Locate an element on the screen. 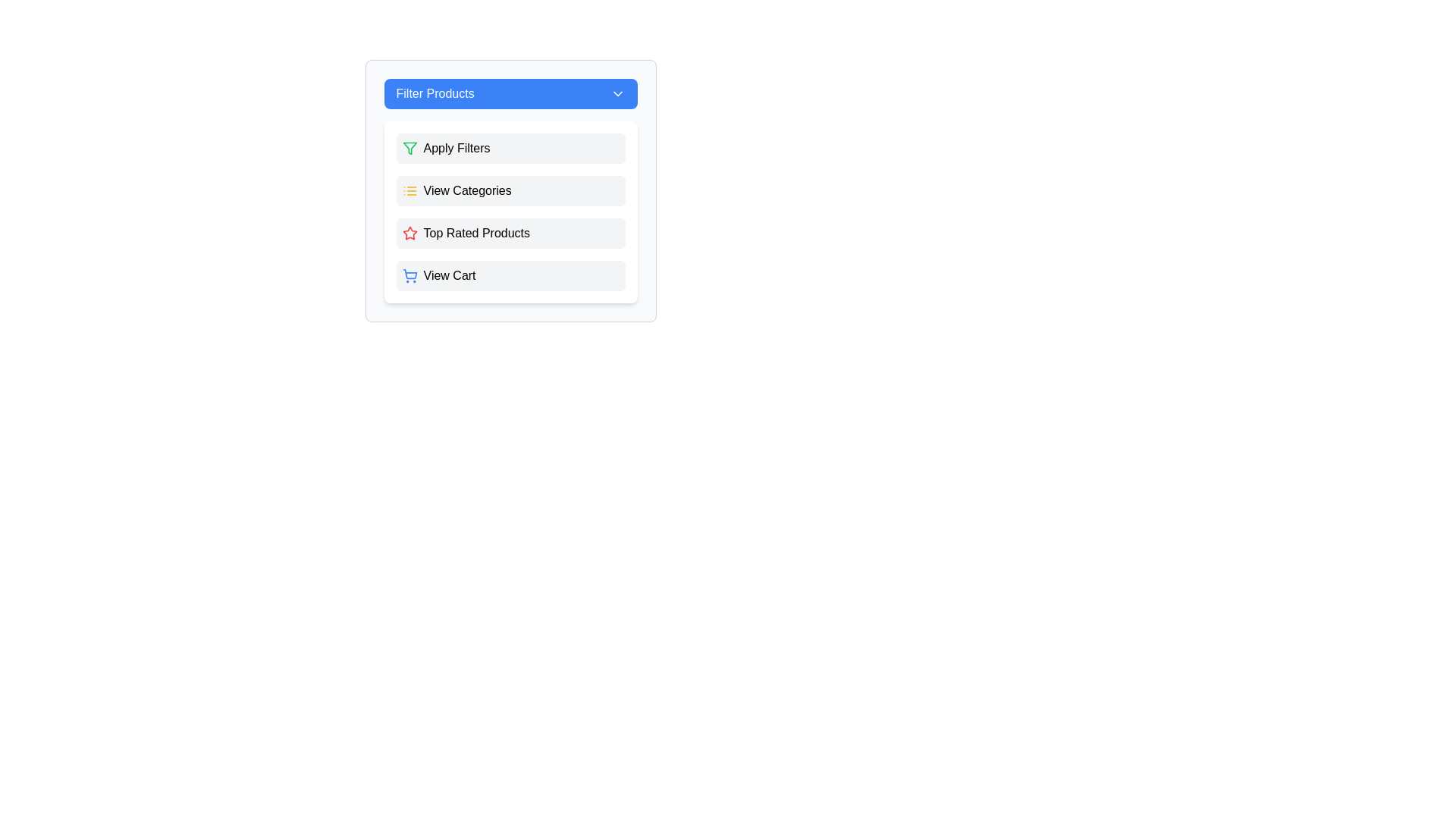 The height and width of the screenshot is (819, 1456). the filter icon located within the 'Filter Products' dropdown menu, which is visually associated with the 'Apply Filters' label is located at coordinates (409, 149).